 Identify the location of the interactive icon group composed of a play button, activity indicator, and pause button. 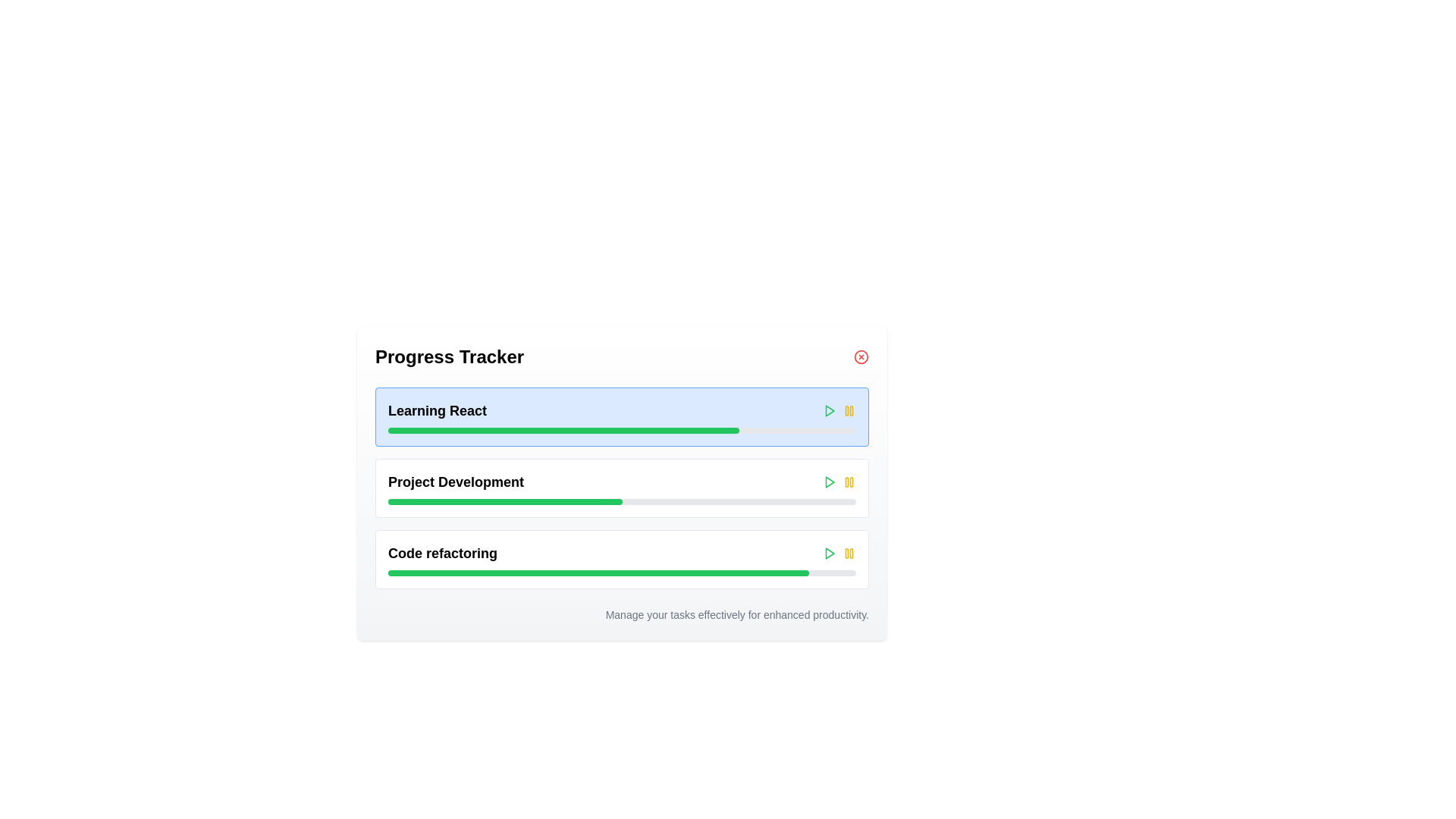
(839, 411).